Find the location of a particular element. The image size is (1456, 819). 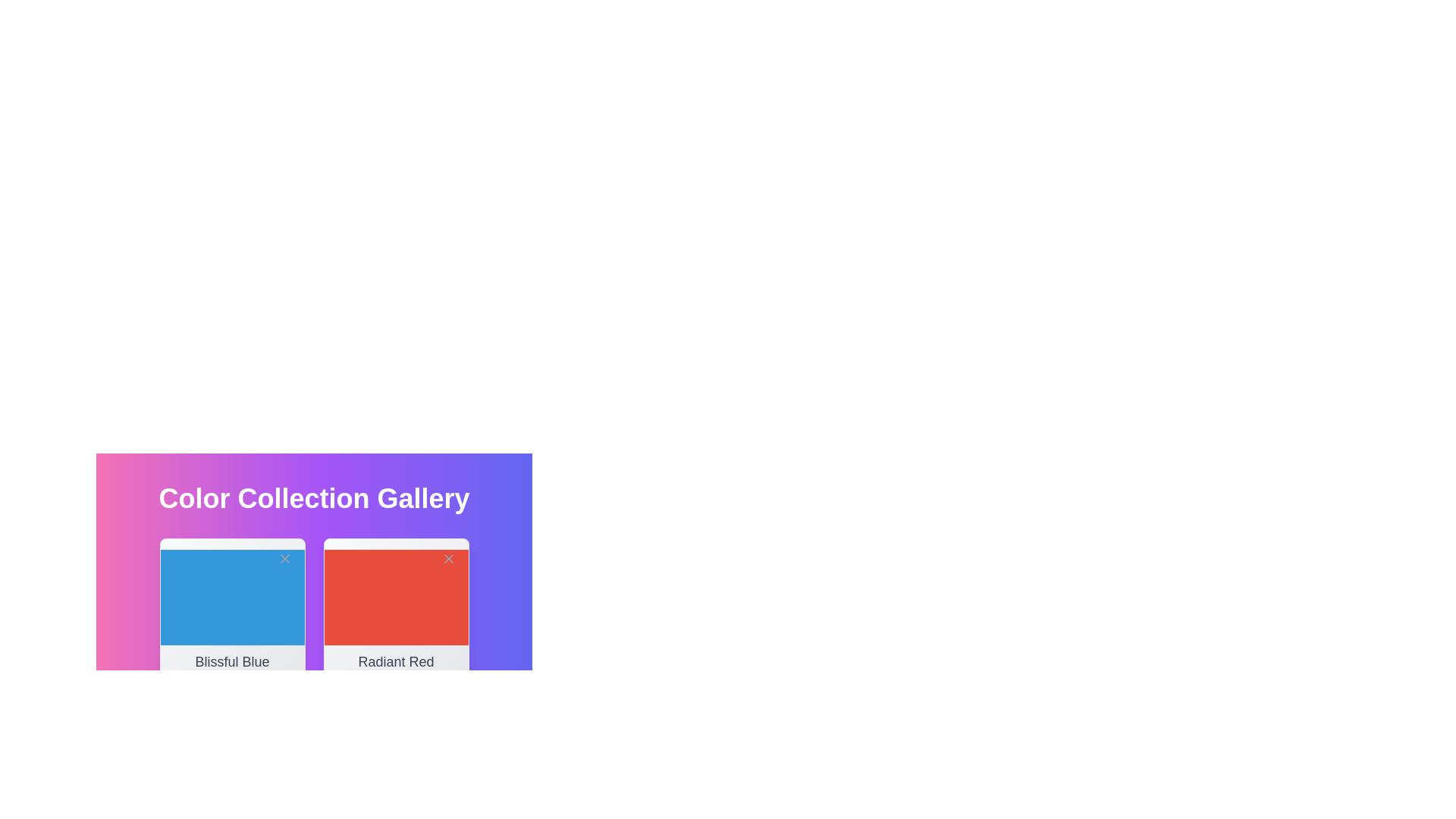

the 'Blissful Blue' card component located at the top left of the collection is located at coordinates (231, 610).